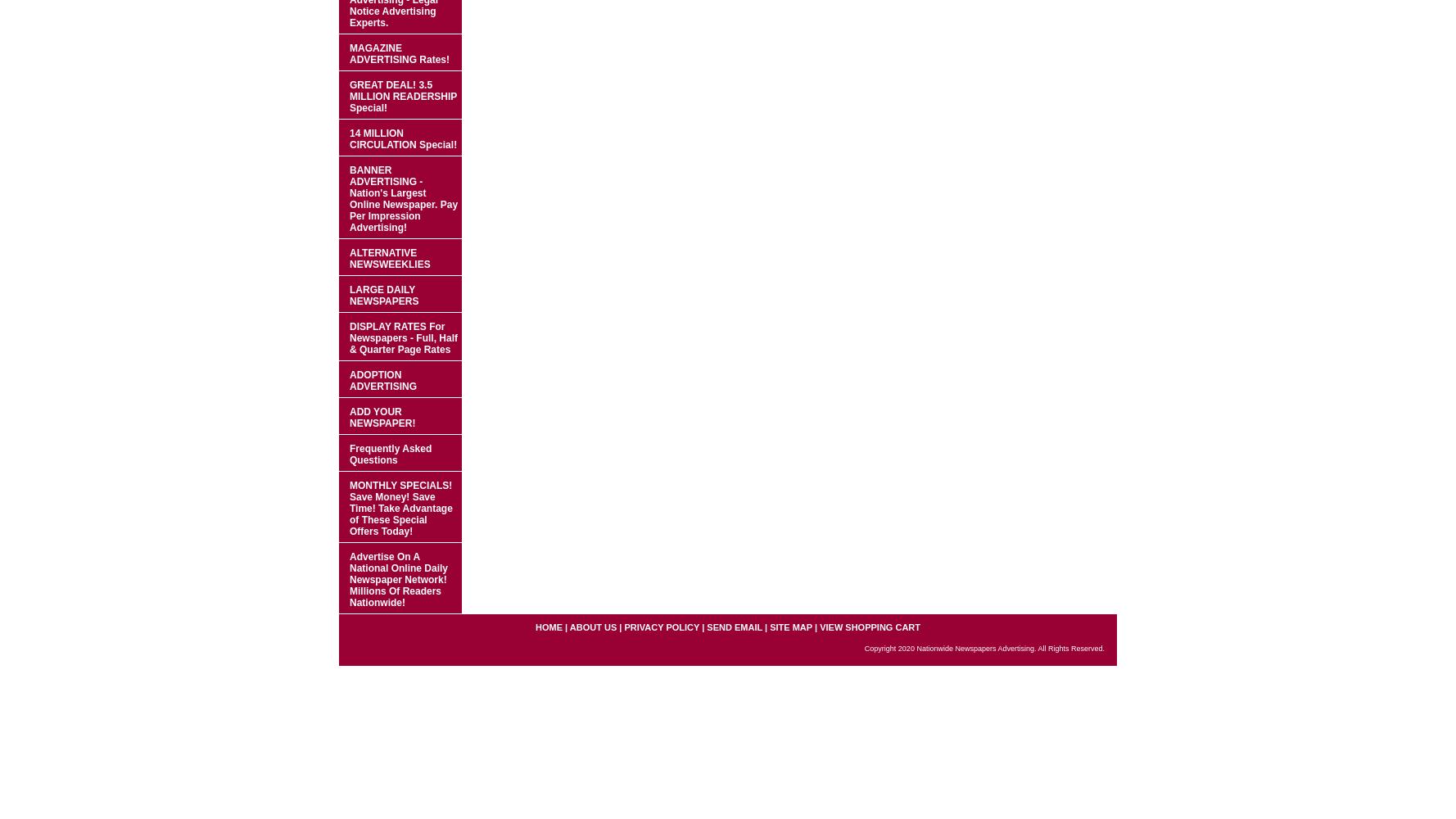 The image size is (1456, 819). I want to click on 'ABOUT US', so click(592, 627).